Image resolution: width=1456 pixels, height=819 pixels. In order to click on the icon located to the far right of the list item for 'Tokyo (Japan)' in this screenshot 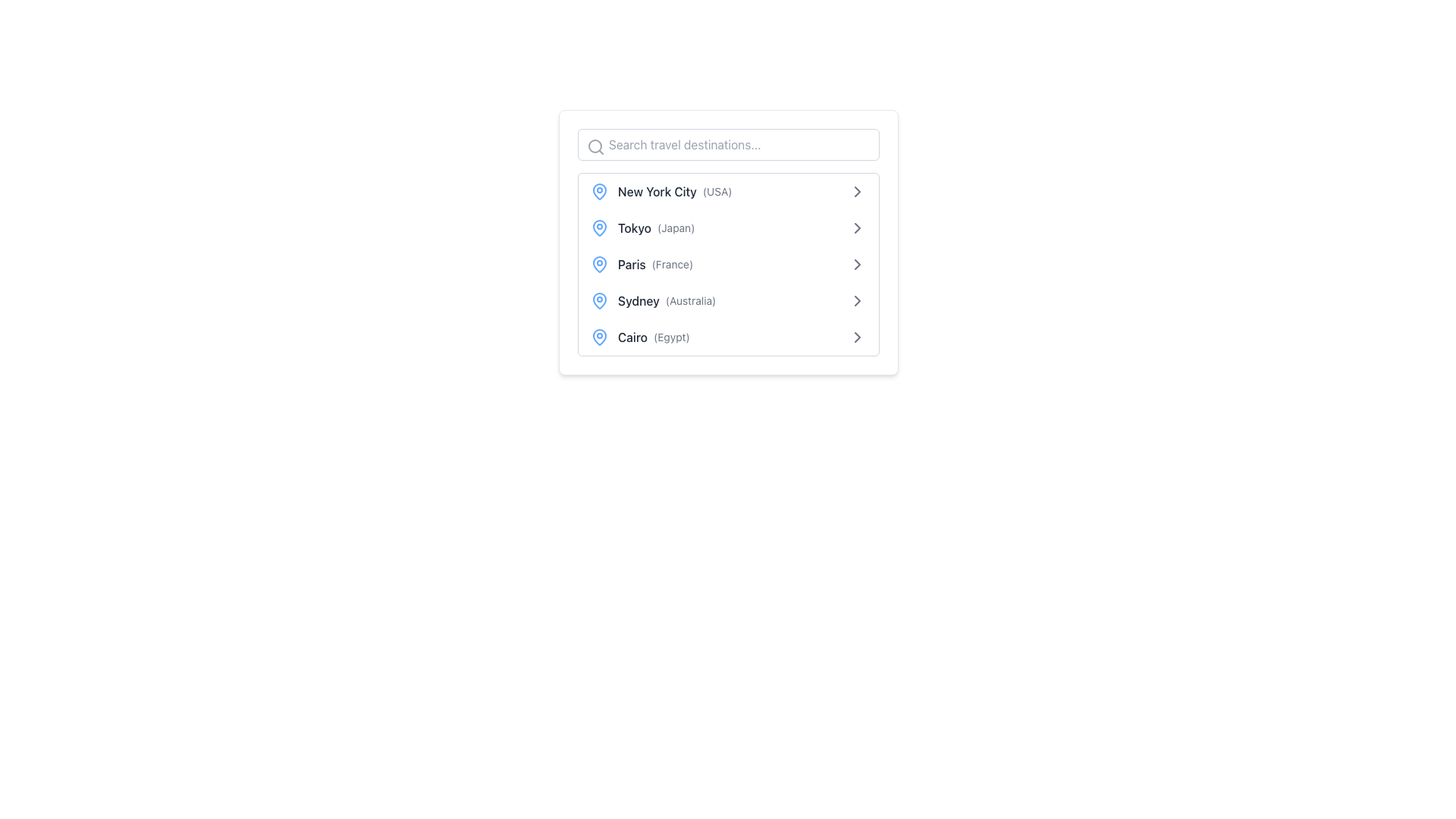, I will do `click(858, 191)`.